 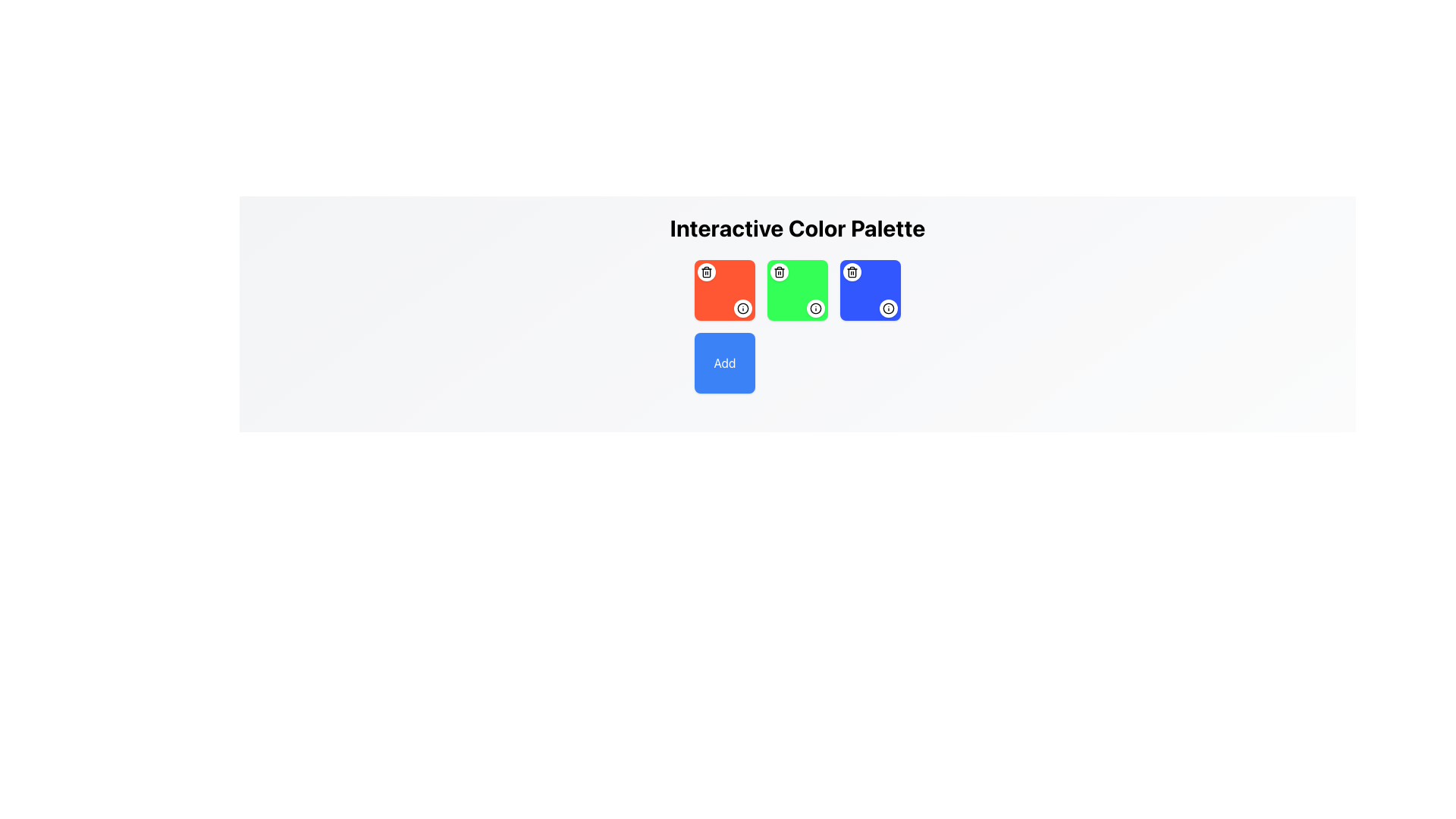 What do you see at coordinates (852, 271) in the screenshot?
I see `the small circular delete button with a trash bin icon located at the top-left corner of the blue square in the third column of colored squares in the second row` at bounding box center [852, 271].